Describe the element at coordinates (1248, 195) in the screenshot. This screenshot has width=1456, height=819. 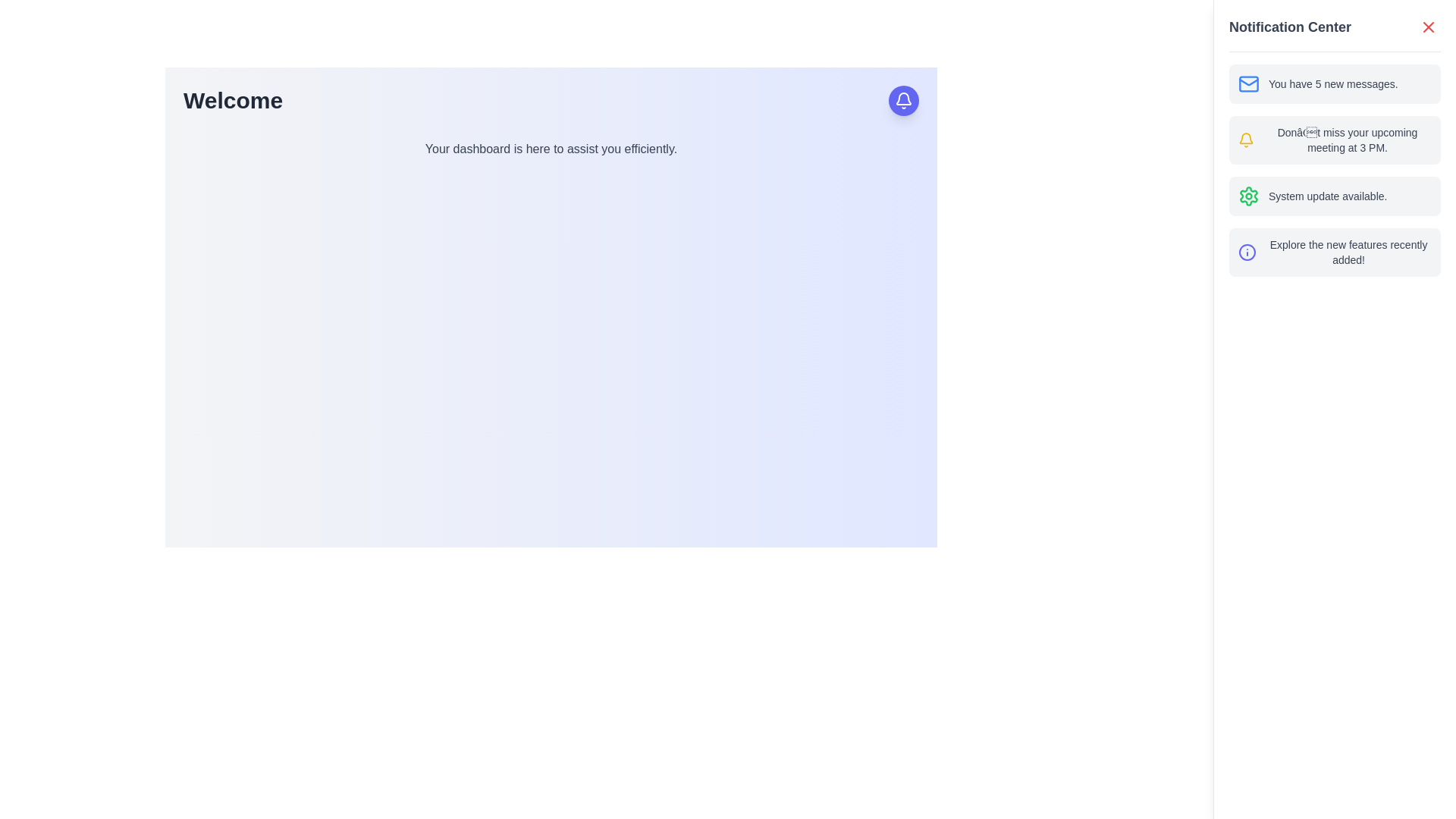
I see `the cogwheel icon with a green outline` at that location.